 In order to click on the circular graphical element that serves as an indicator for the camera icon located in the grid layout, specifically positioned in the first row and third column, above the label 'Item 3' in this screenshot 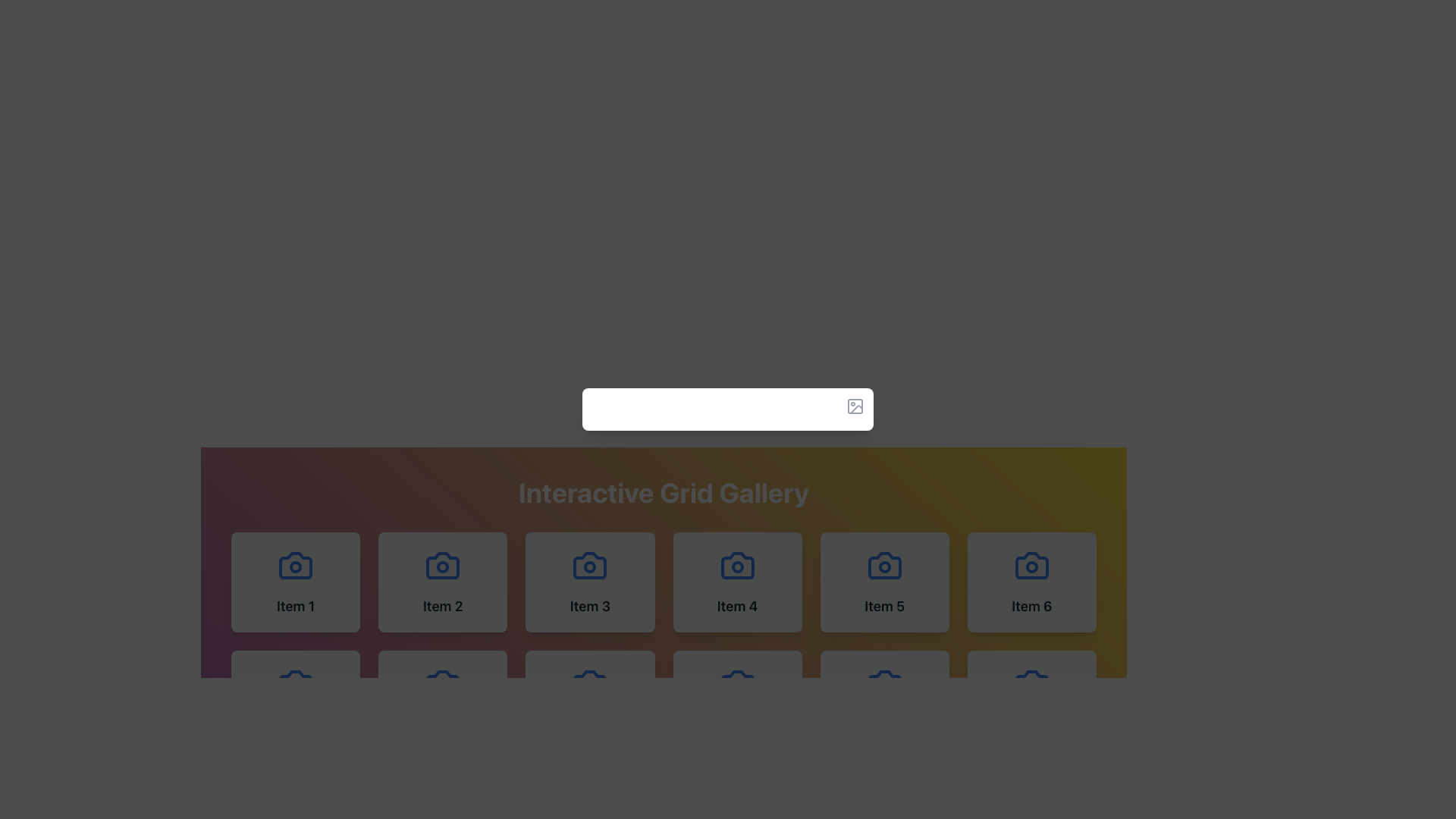, I will do `click(589, 567)`.